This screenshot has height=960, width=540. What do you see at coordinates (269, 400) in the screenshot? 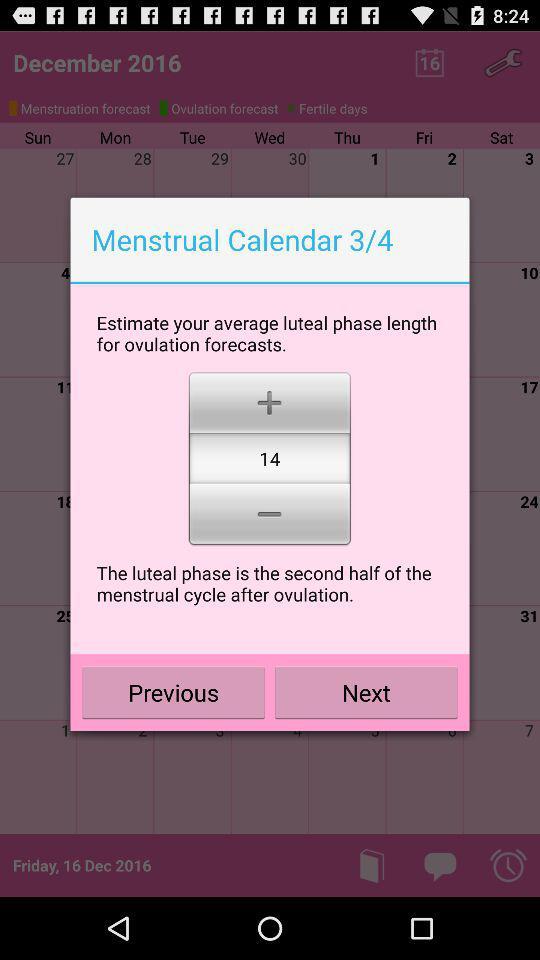
I see `click add value button` at bounding box center [269, 400].